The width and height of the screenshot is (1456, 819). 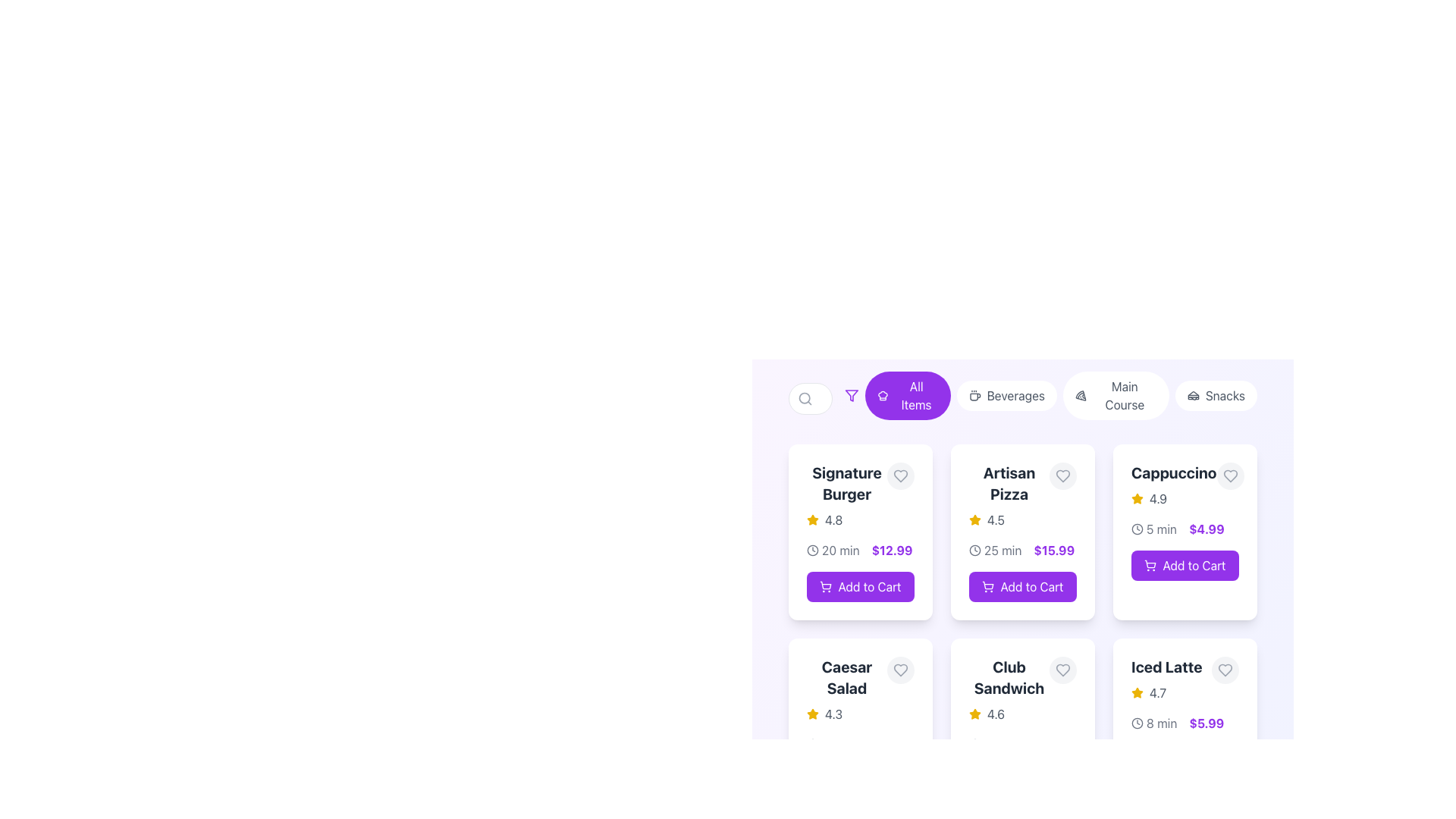 What do you see at coordinates (1230, 475) in the screenshot?
I see `the heart-shaped icon button located at the top-right corner of the 'Cappuccino' product card to mark the item as favorite` at bounding box center [1230, 475].